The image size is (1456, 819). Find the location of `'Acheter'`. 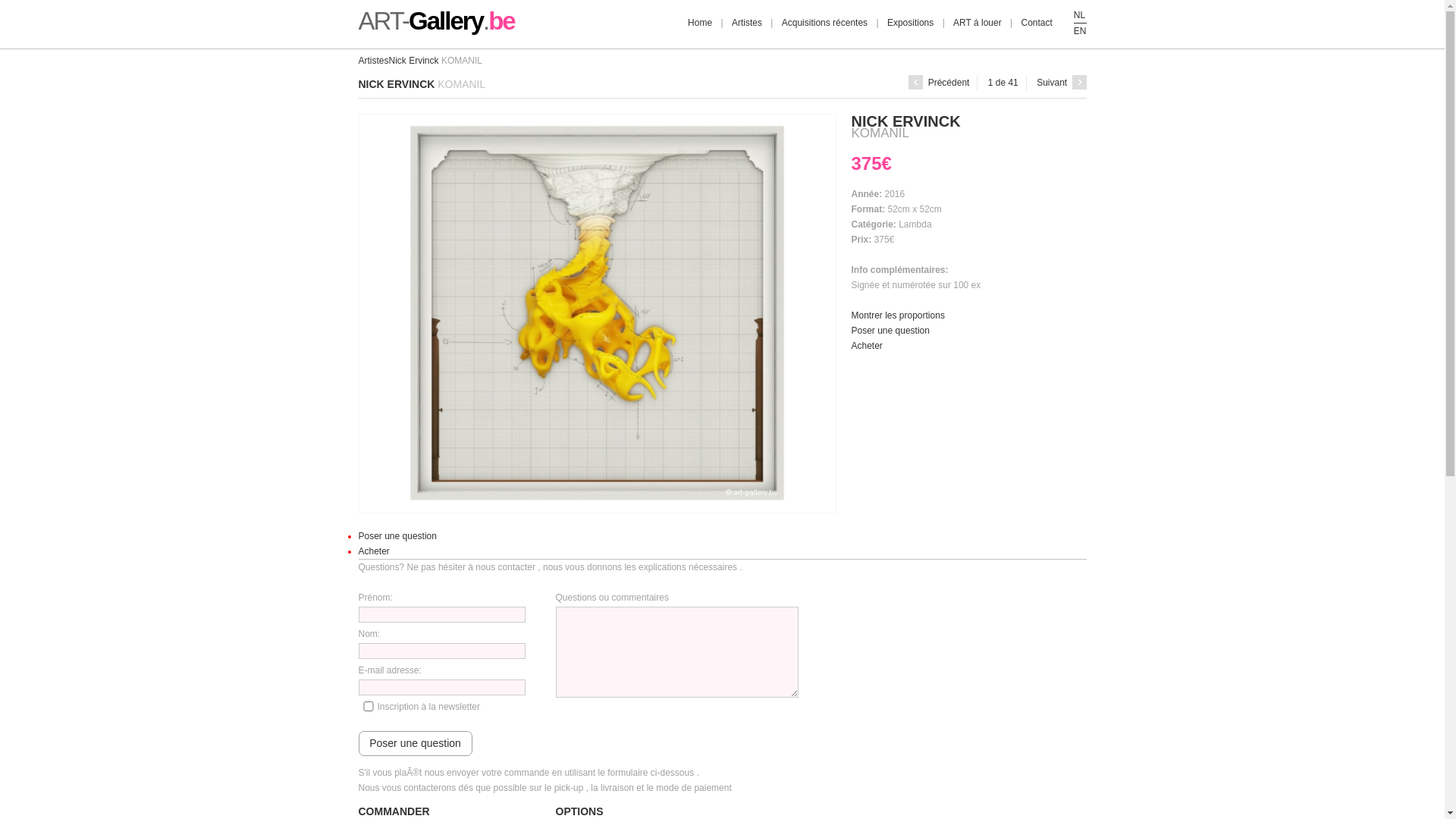

'Acheter' is located at coordinates (373, 551).